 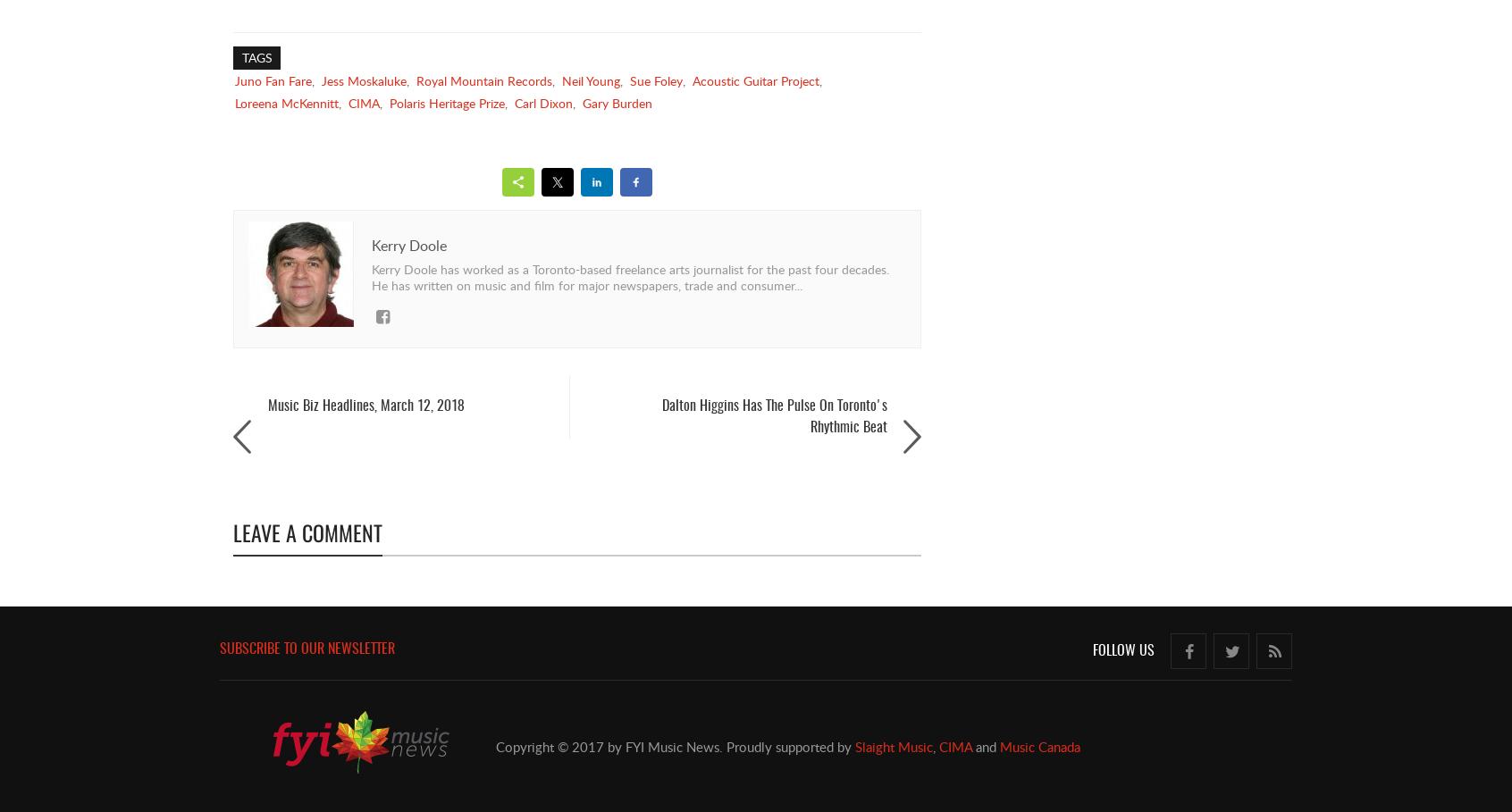 I want to click on 'Subscribe to our RSS Feed', so click(x=1290, y=687).